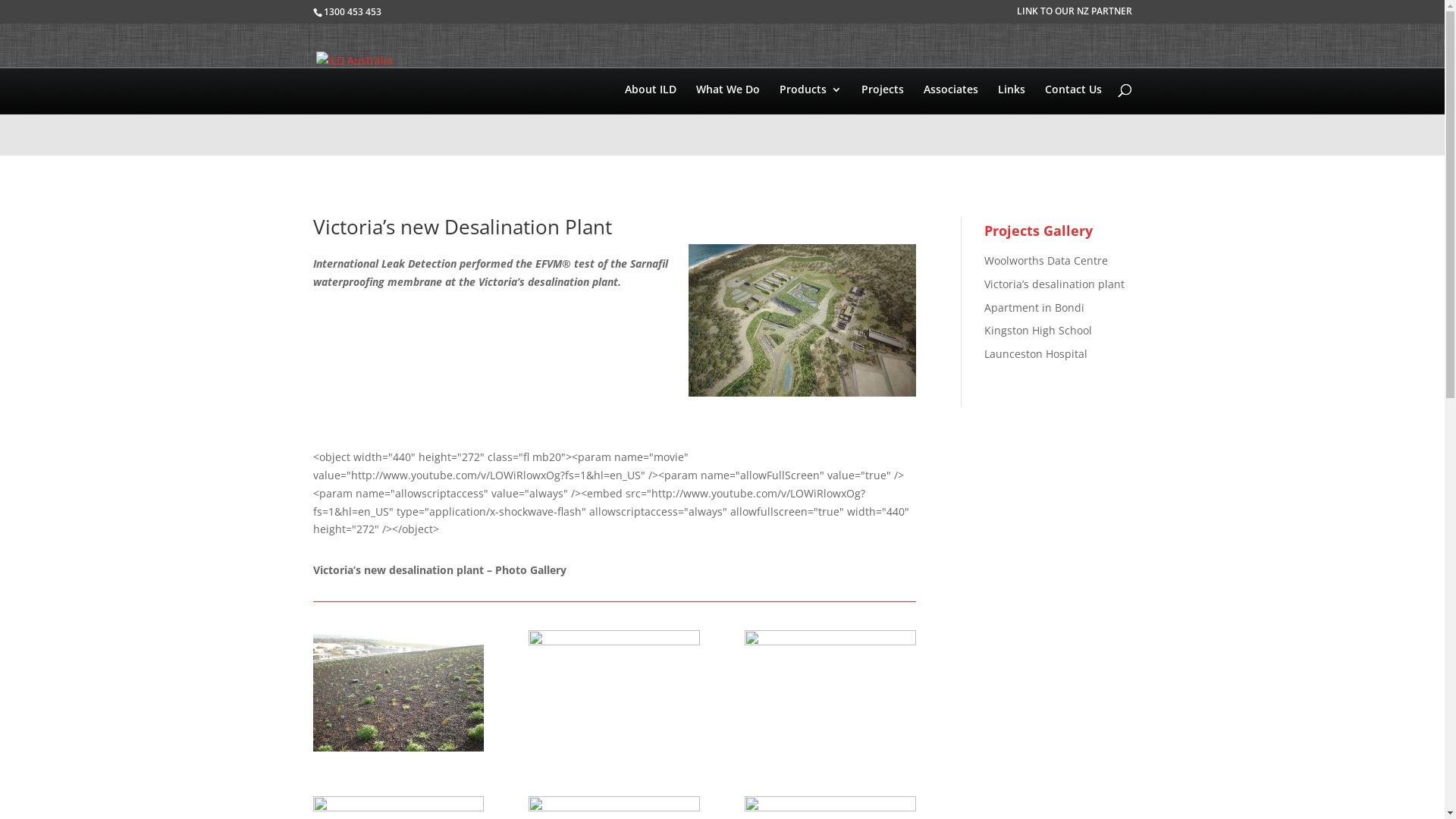  What do you see at coordinates (1073, 14) in the screenshot?
I see `'LINK TO OUR NZ PARTNER'` at bounding box center [1073, 14].